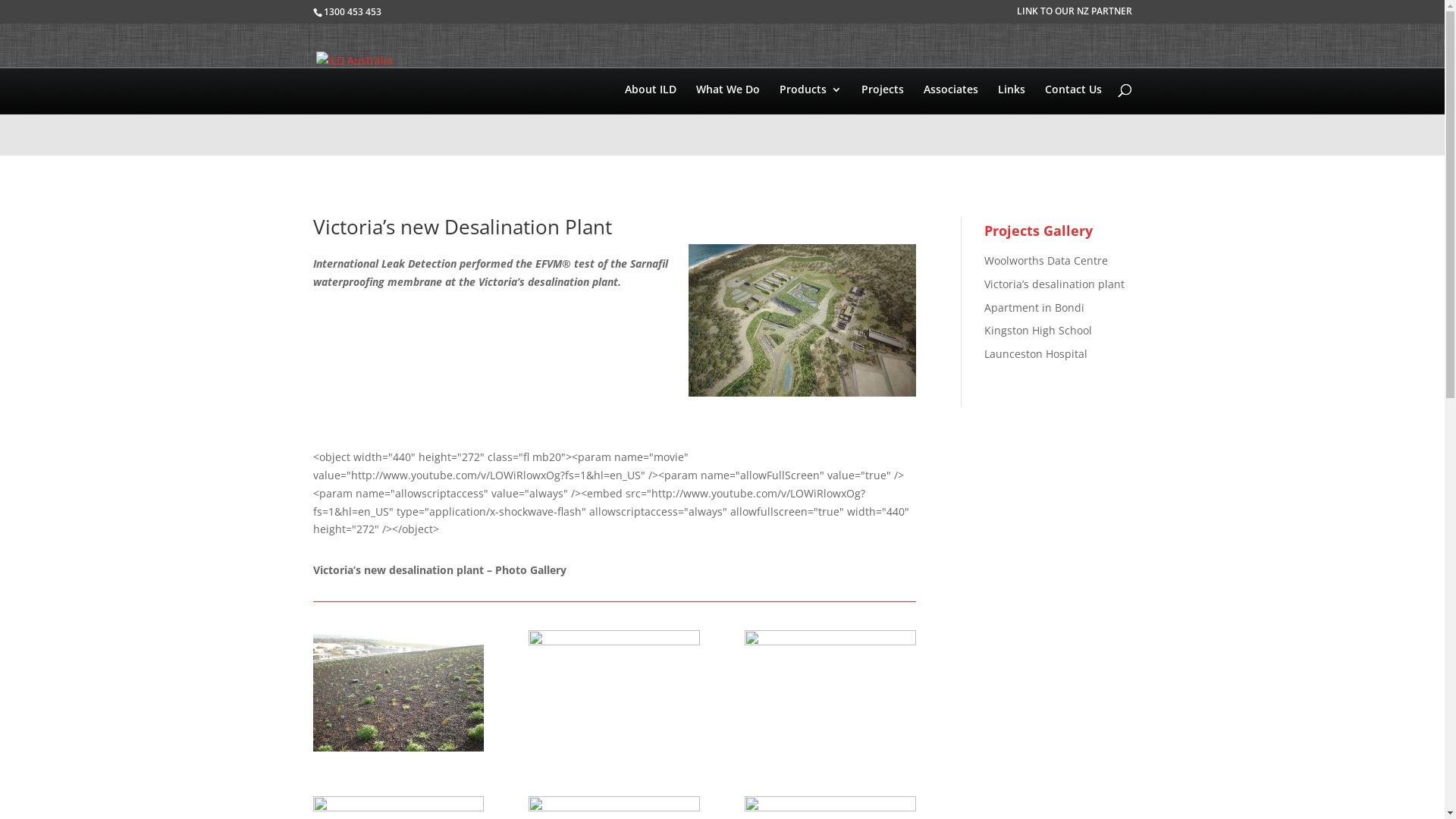  What do you see at coordinates (1073, 14) in the screenshot?
I see `'LINK TO OUR NZ PARTNER'` at bounding box center [1073, 14].